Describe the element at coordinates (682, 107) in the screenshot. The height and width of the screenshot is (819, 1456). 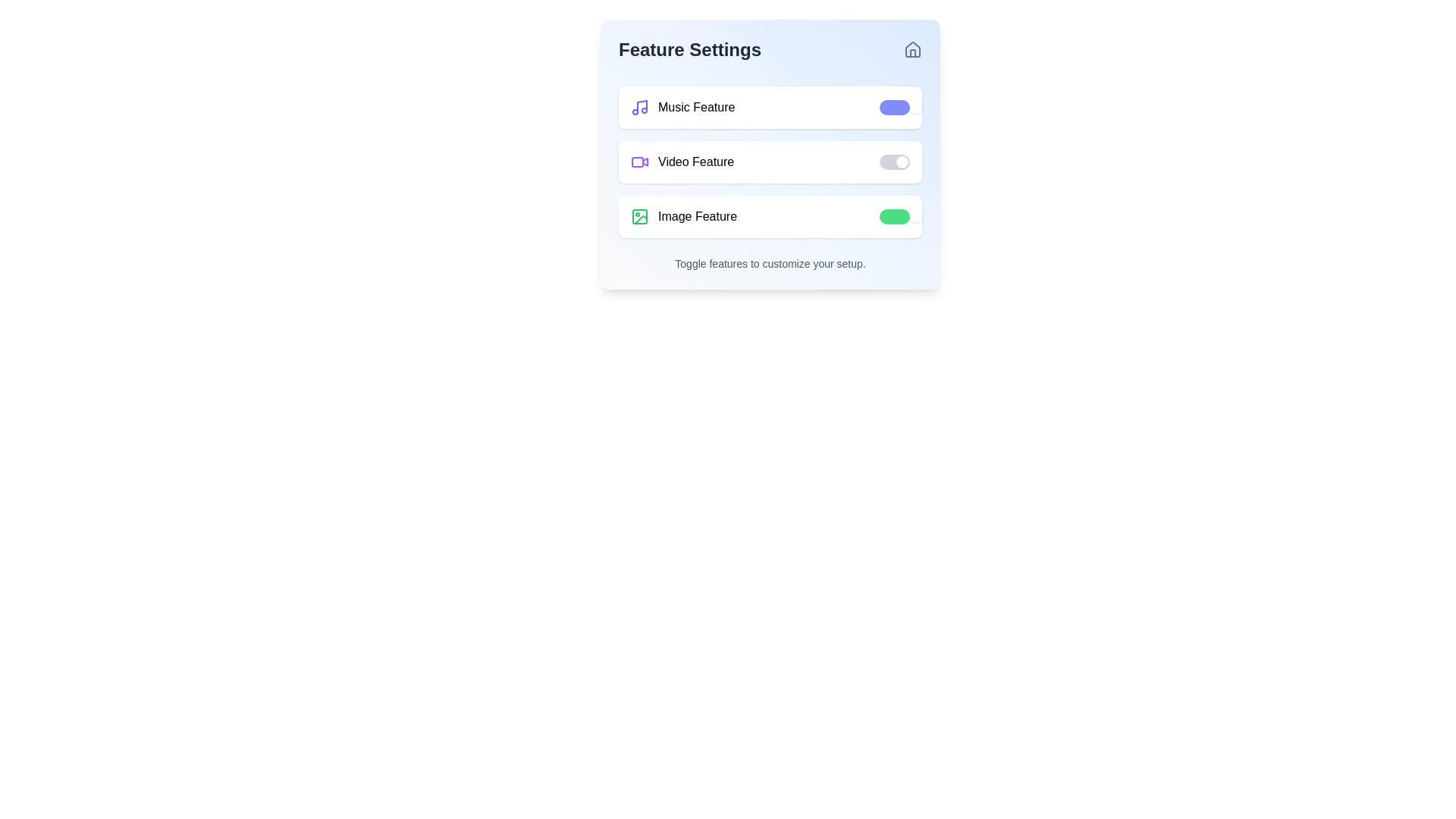
I see `the first feature toggle option label with an accompanying icon located at the top of the vertical list of settings options in the card` at that location.